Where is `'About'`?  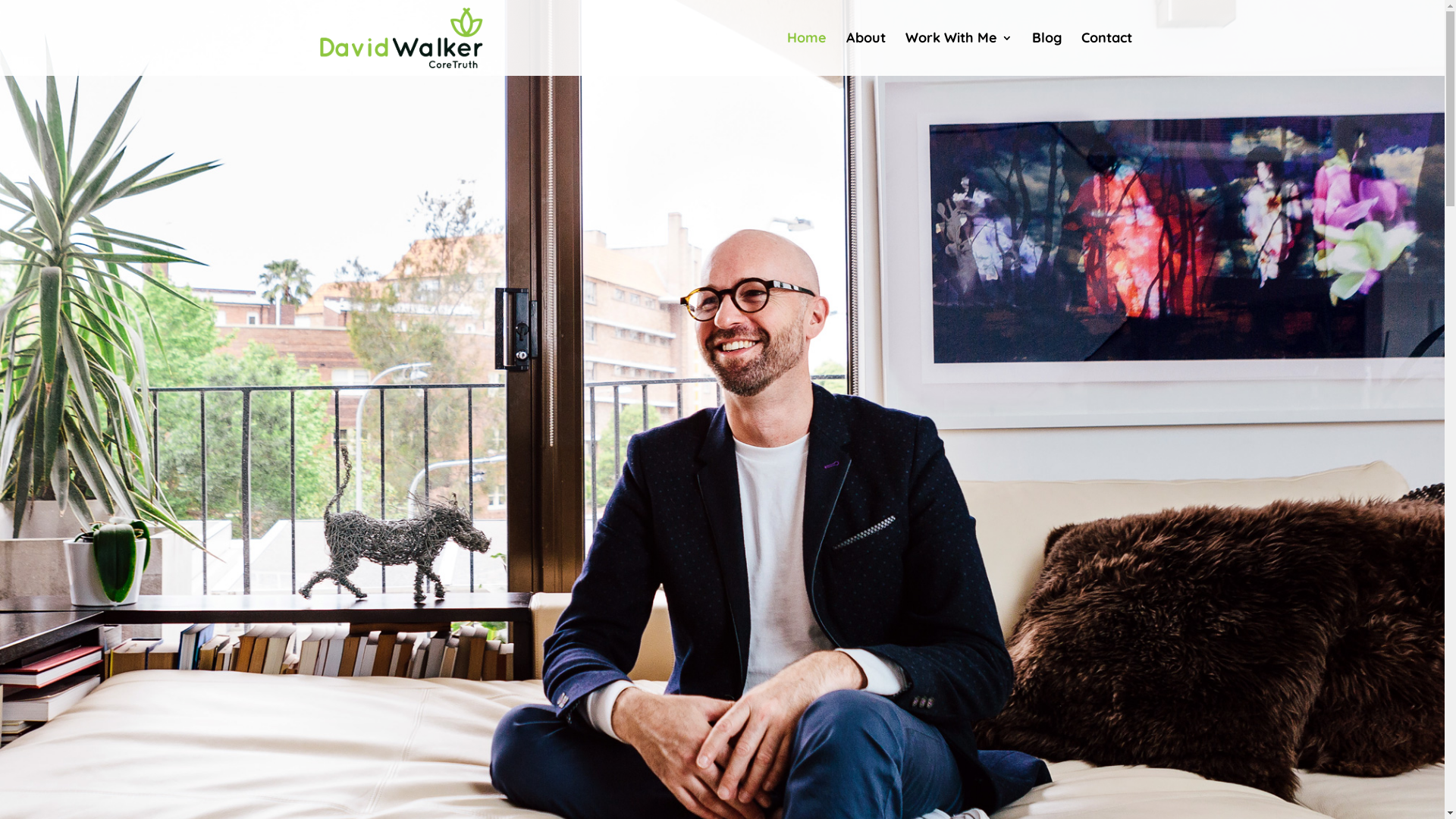
'About' is located at coordinates (846, 53).